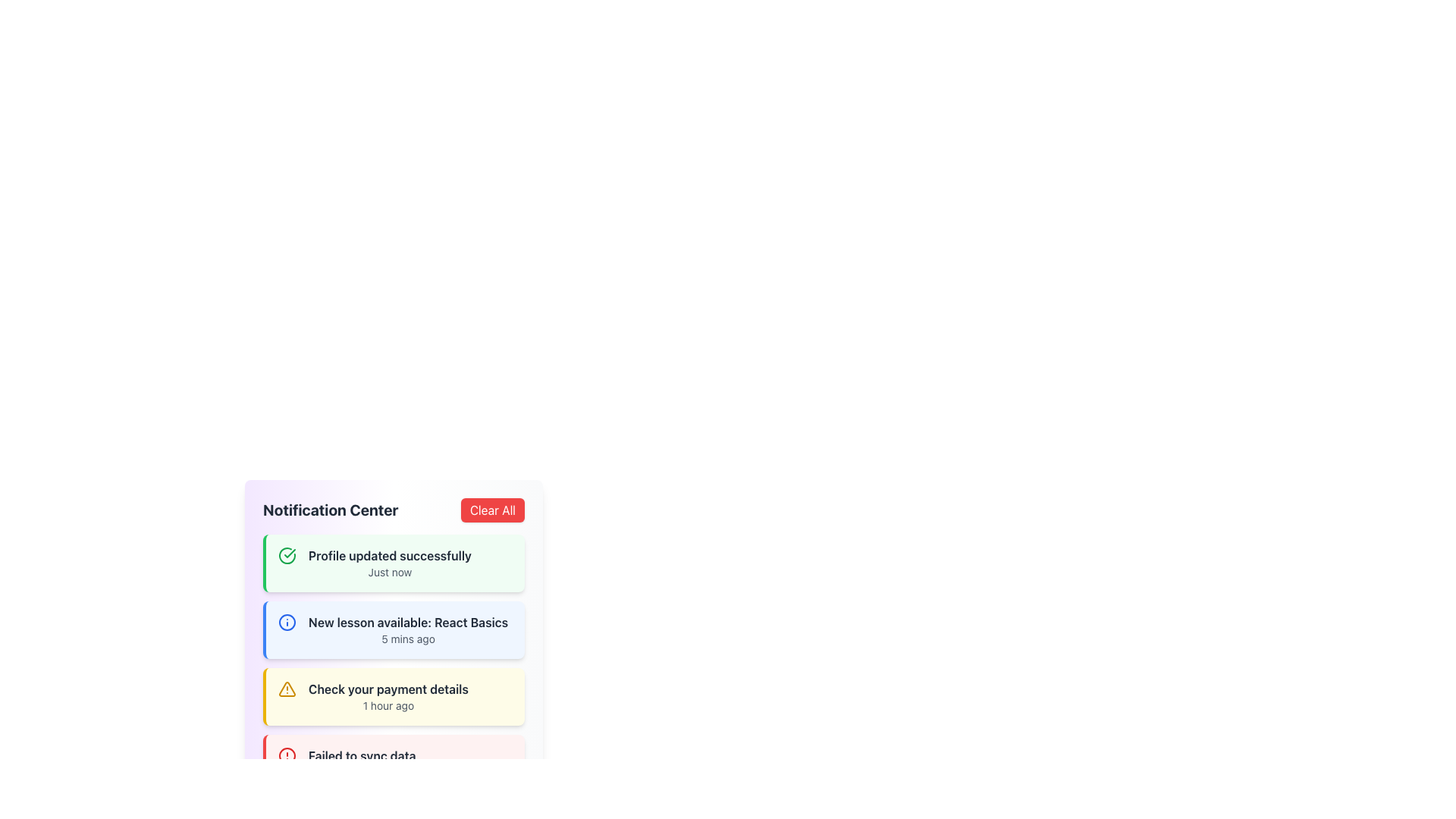 The image size is (1456, 819). What do you see at coordinates (390, 573) in the screenshot?
I see `the text label displaying 'Just now' which is located directly underneath the message 'Profile updated successfully' in the notification center` at bounding box center [390, 573].